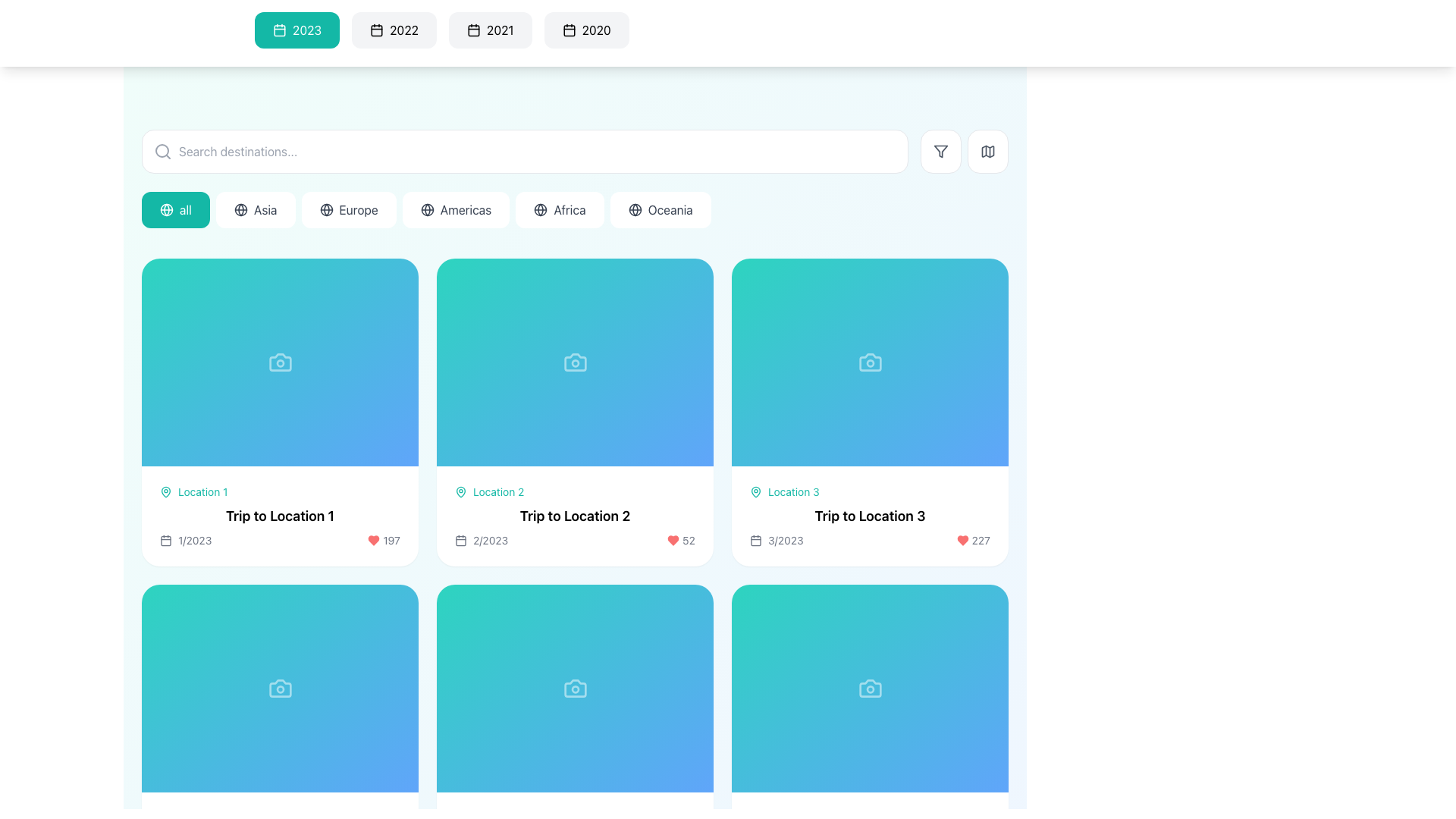 The height and width of the screenshot is (819, 1456). What do you see at coordinates (377, 30) in the screenshot?
I see `the calendar icon located to the left of the text '2022' in the horizontal row of year tabs` at bounding box center [377, 30].